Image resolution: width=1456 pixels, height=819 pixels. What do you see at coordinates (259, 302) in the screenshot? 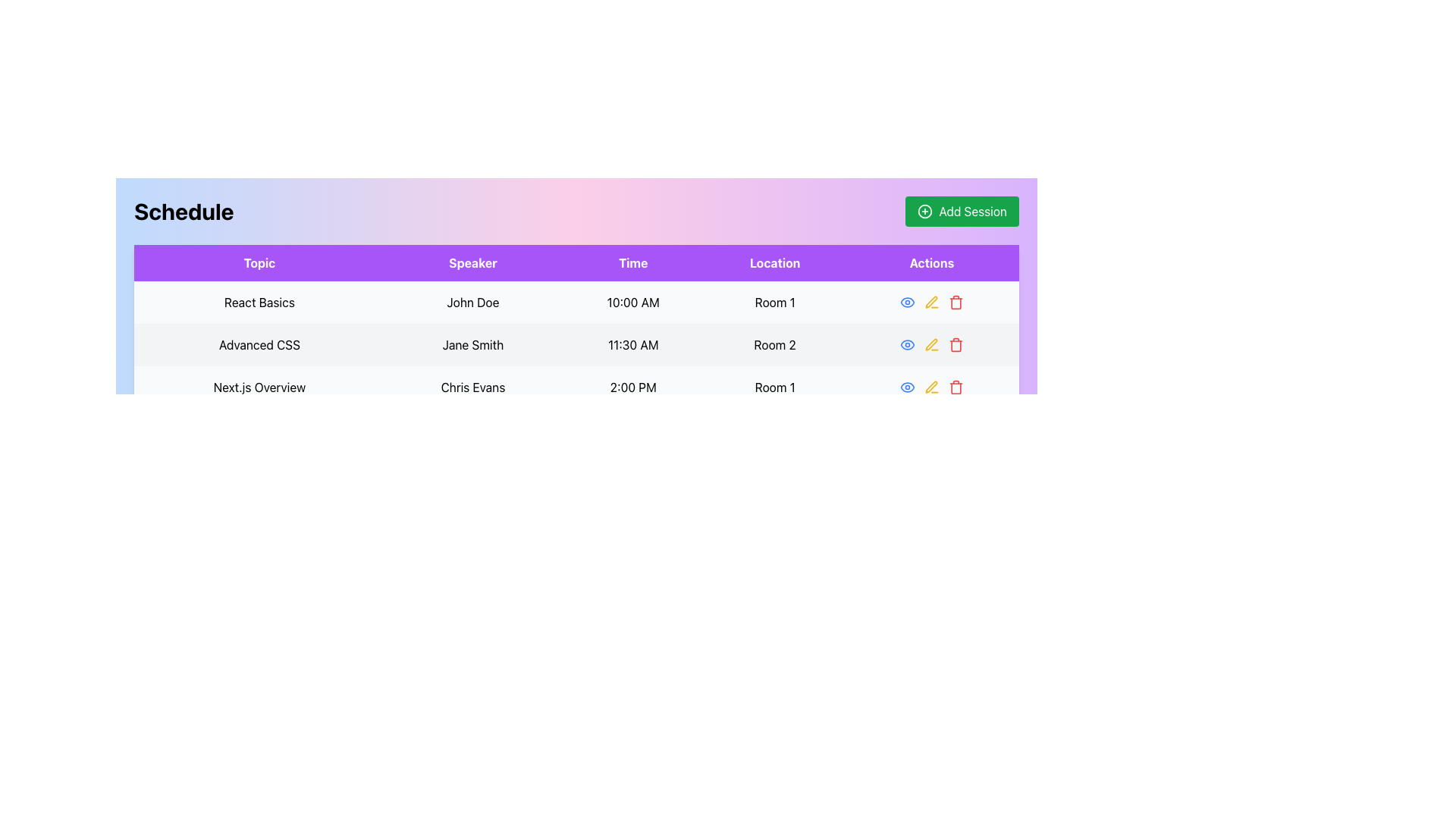
I see `the text label 'React Basics' displayed in bold, black font in the first row of the table under the 'Topic' column` at bounding box center [259, 302].